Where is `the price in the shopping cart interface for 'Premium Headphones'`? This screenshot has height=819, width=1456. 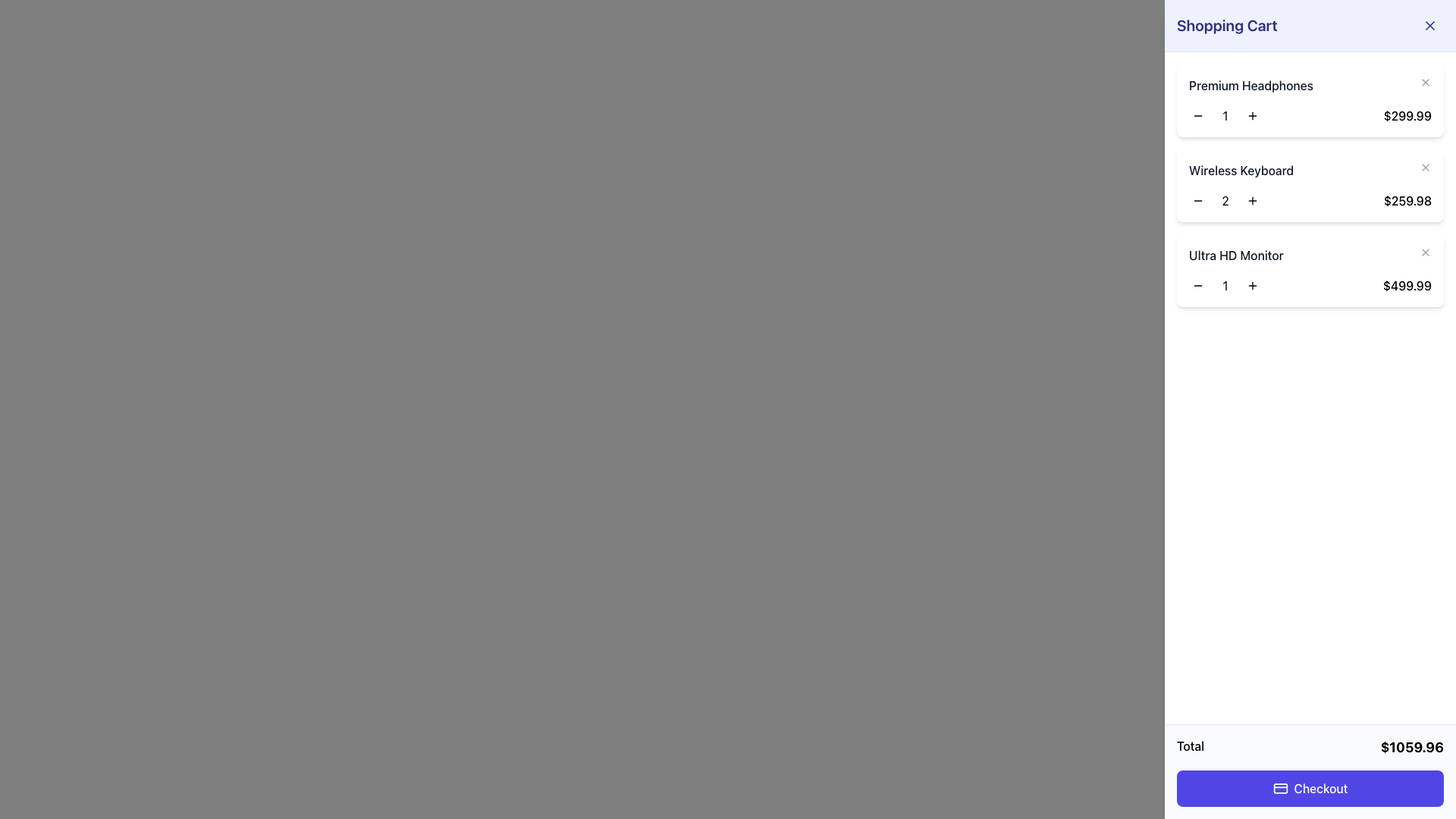
the price in the shopping cart interface for 'Premium Headphones' is located at coordinates (1310, 115).